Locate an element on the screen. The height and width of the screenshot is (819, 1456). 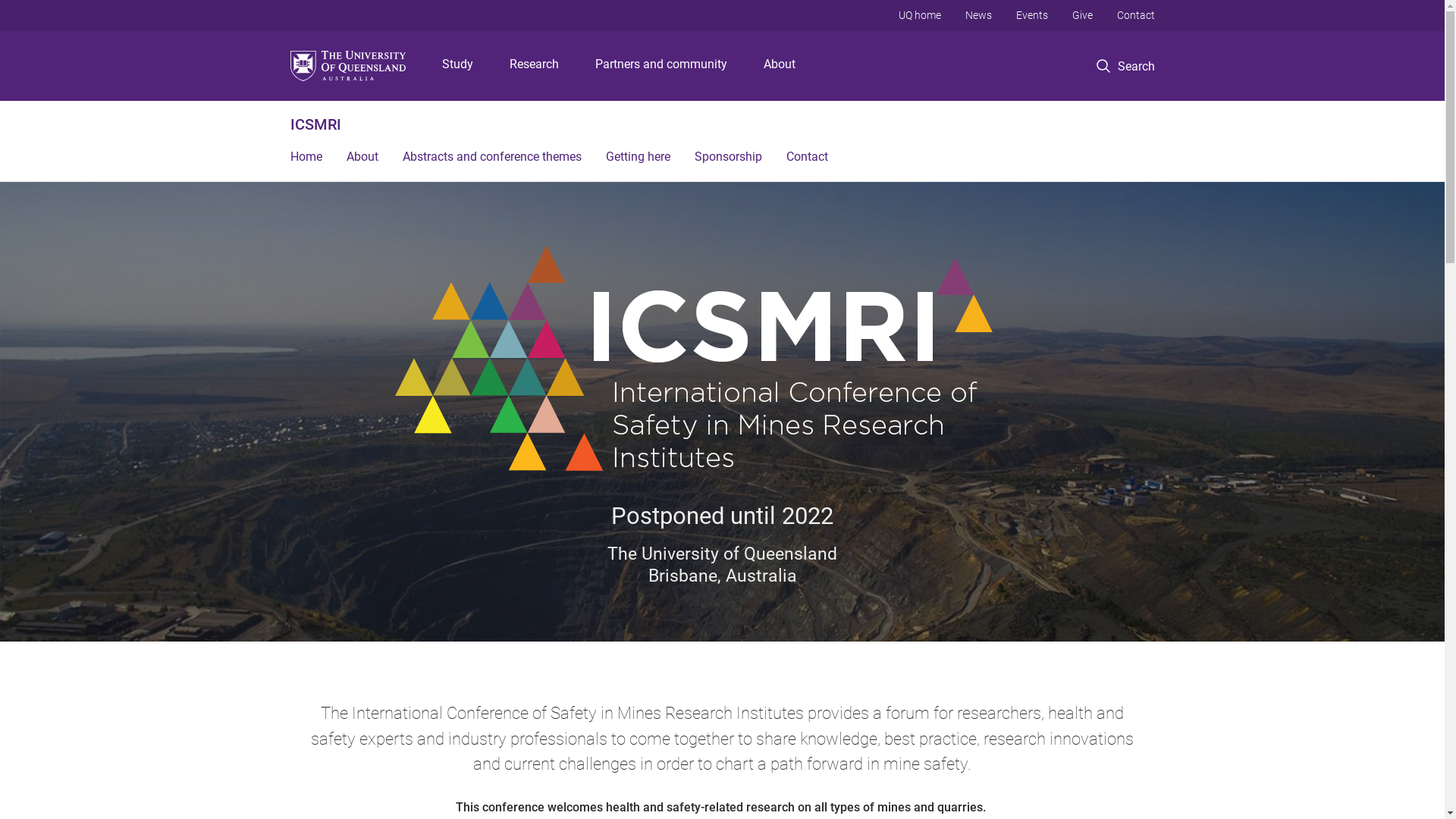
'Partners and community' is located at coordinates (661, 65).